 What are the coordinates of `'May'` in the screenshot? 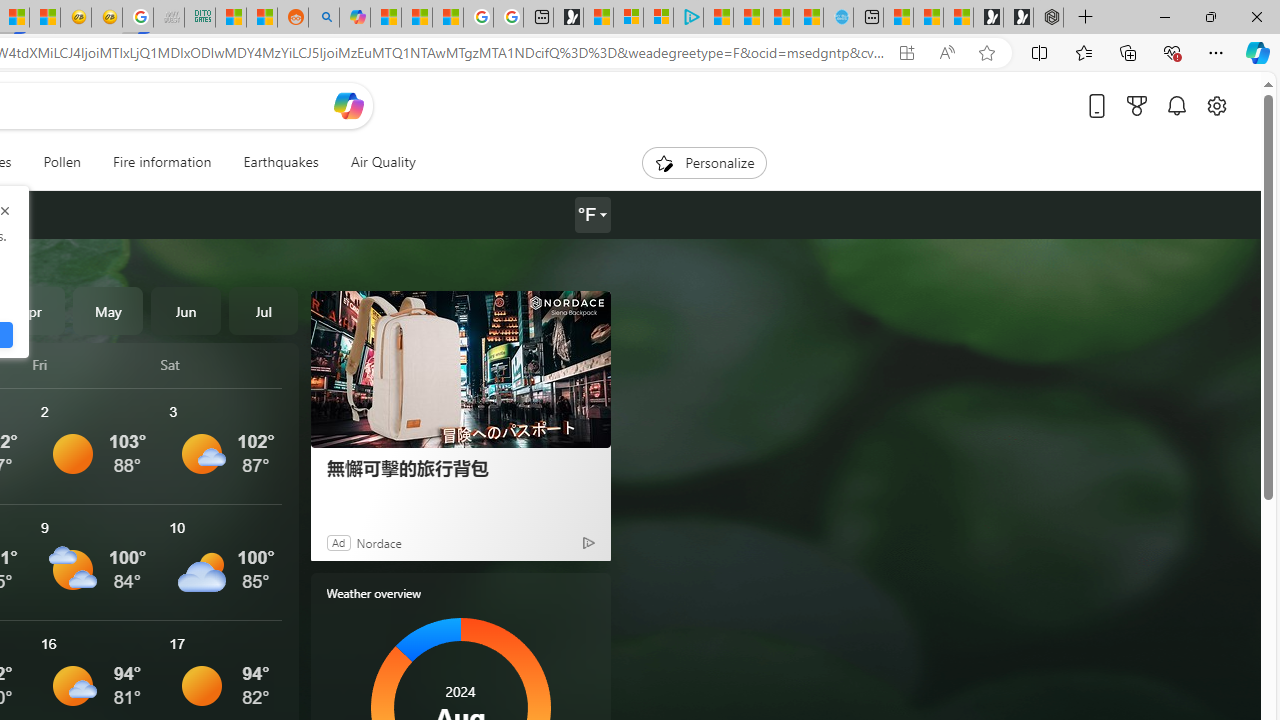 It's located at (107, 311).